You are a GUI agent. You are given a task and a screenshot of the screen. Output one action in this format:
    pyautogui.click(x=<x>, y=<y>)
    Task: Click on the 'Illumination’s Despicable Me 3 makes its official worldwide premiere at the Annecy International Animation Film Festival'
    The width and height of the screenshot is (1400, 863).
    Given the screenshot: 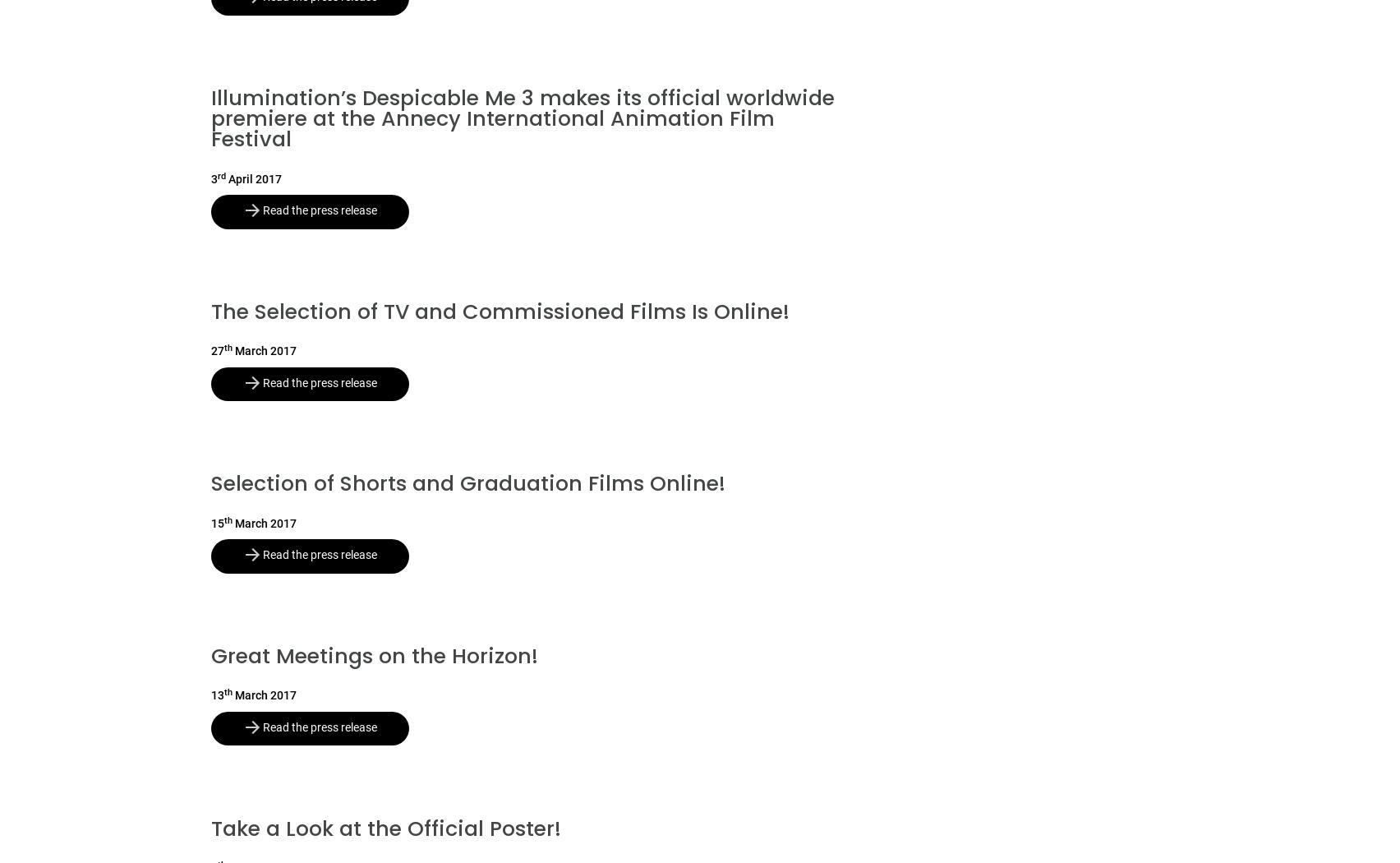 What is the action you would take?
    pyautogui.click(x=523, y=118)
    